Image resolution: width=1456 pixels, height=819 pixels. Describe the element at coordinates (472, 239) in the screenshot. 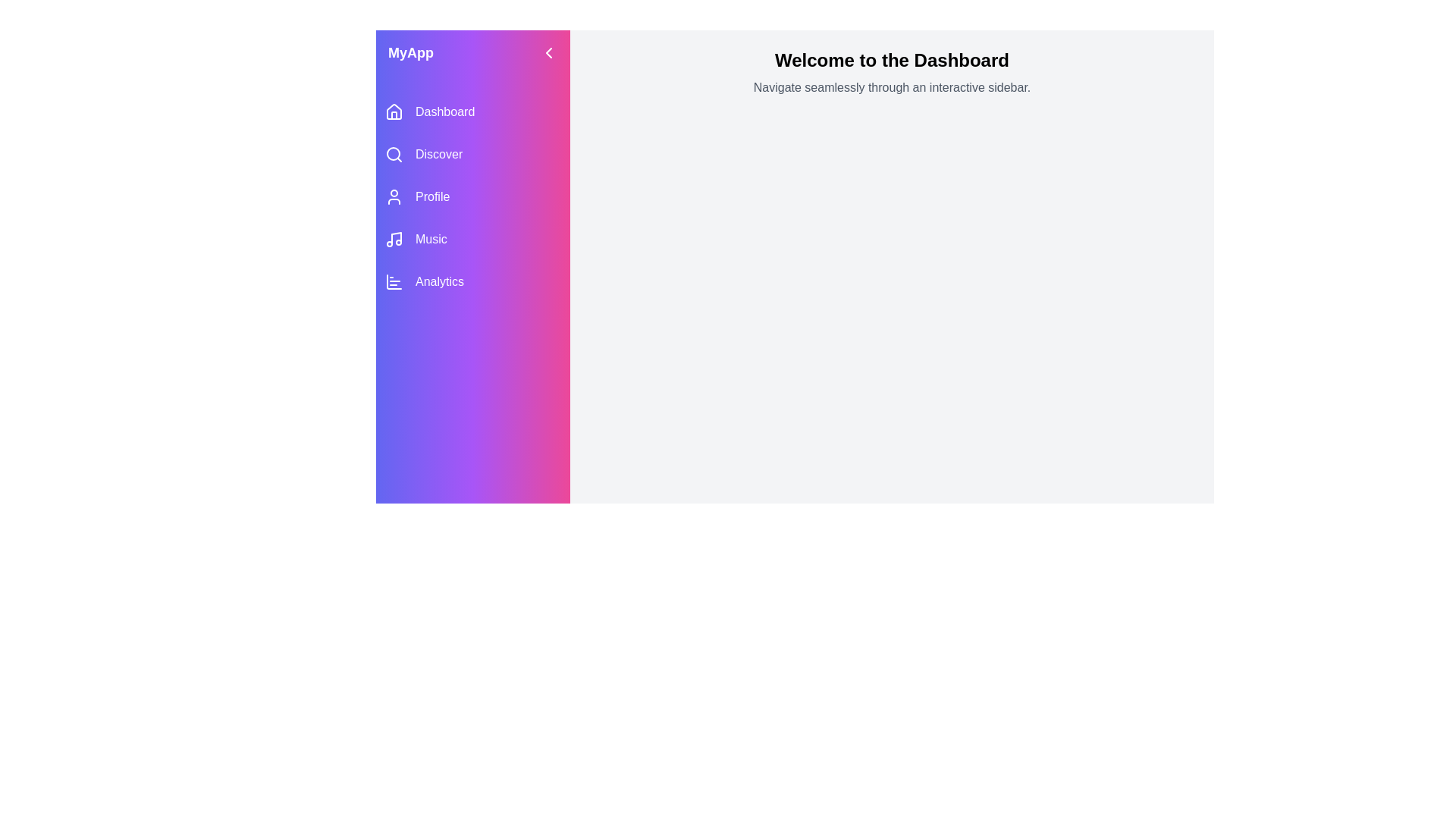

I see `the navigation item labeled Music` at that location.